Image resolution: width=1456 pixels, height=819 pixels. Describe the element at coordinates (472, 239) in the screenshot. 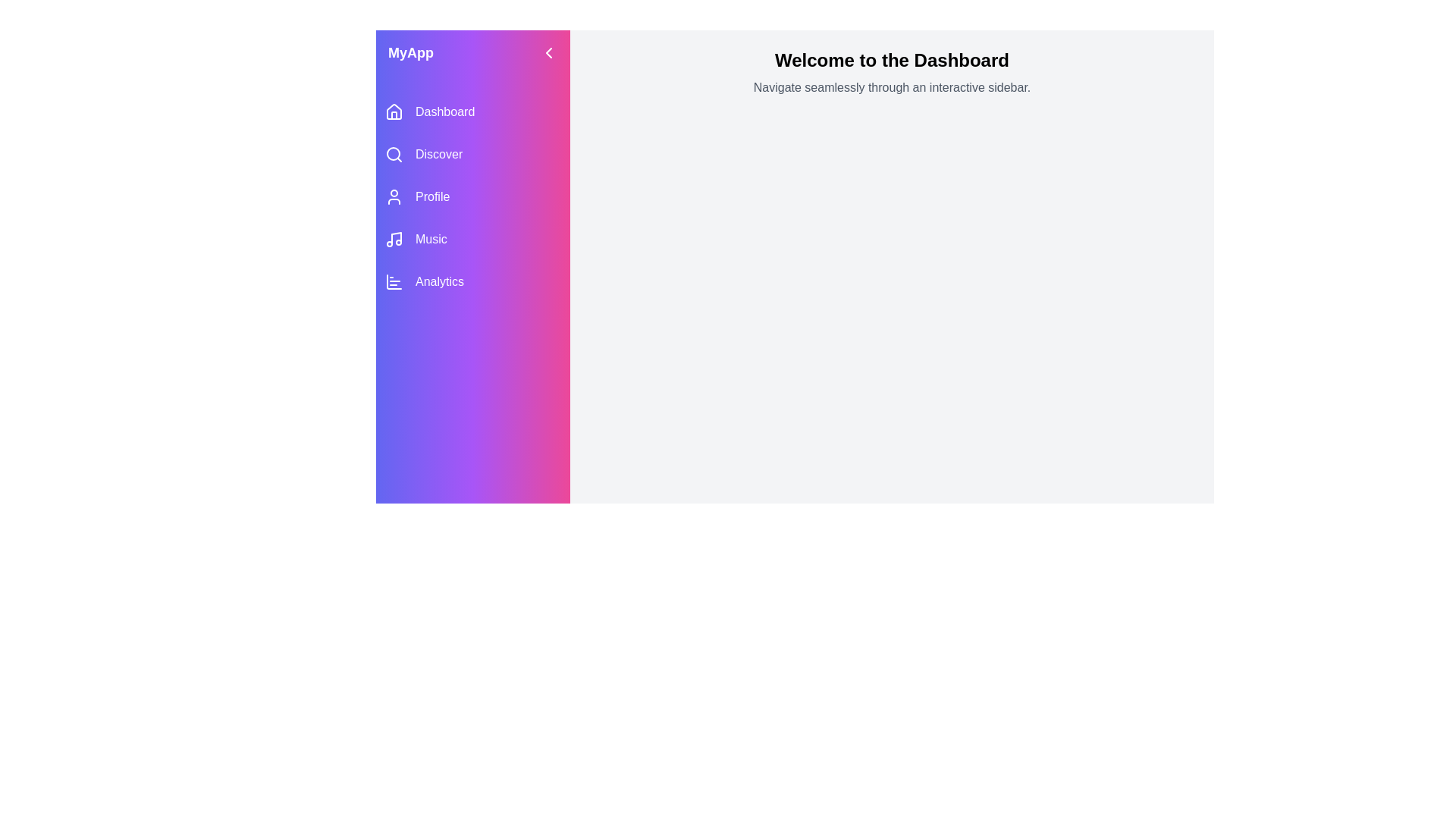

I see `the navigation item labeled Music` at that location.